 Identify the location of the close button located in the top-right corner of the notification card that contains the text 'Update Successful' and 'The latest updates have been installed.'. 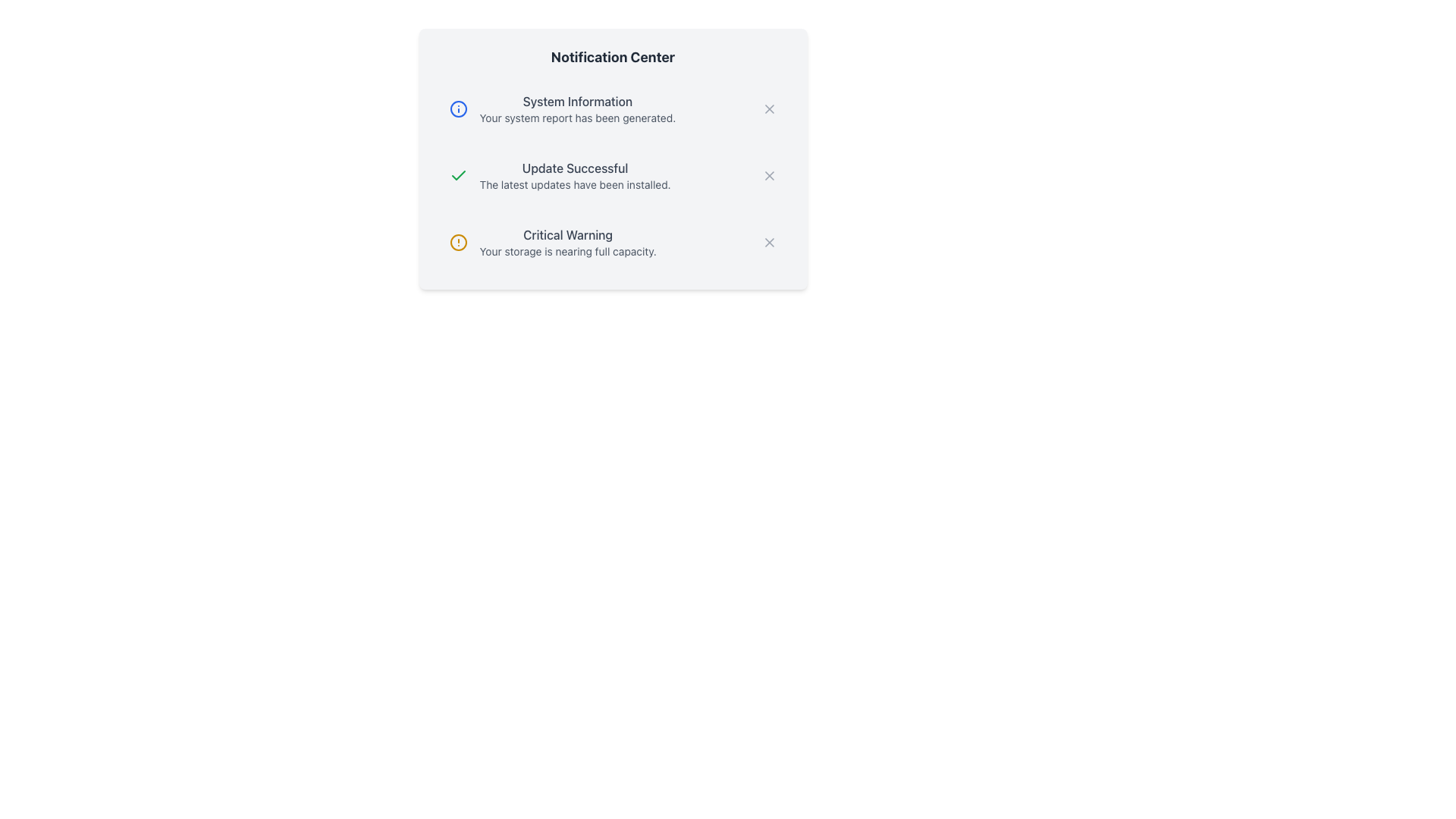
(769, 174).